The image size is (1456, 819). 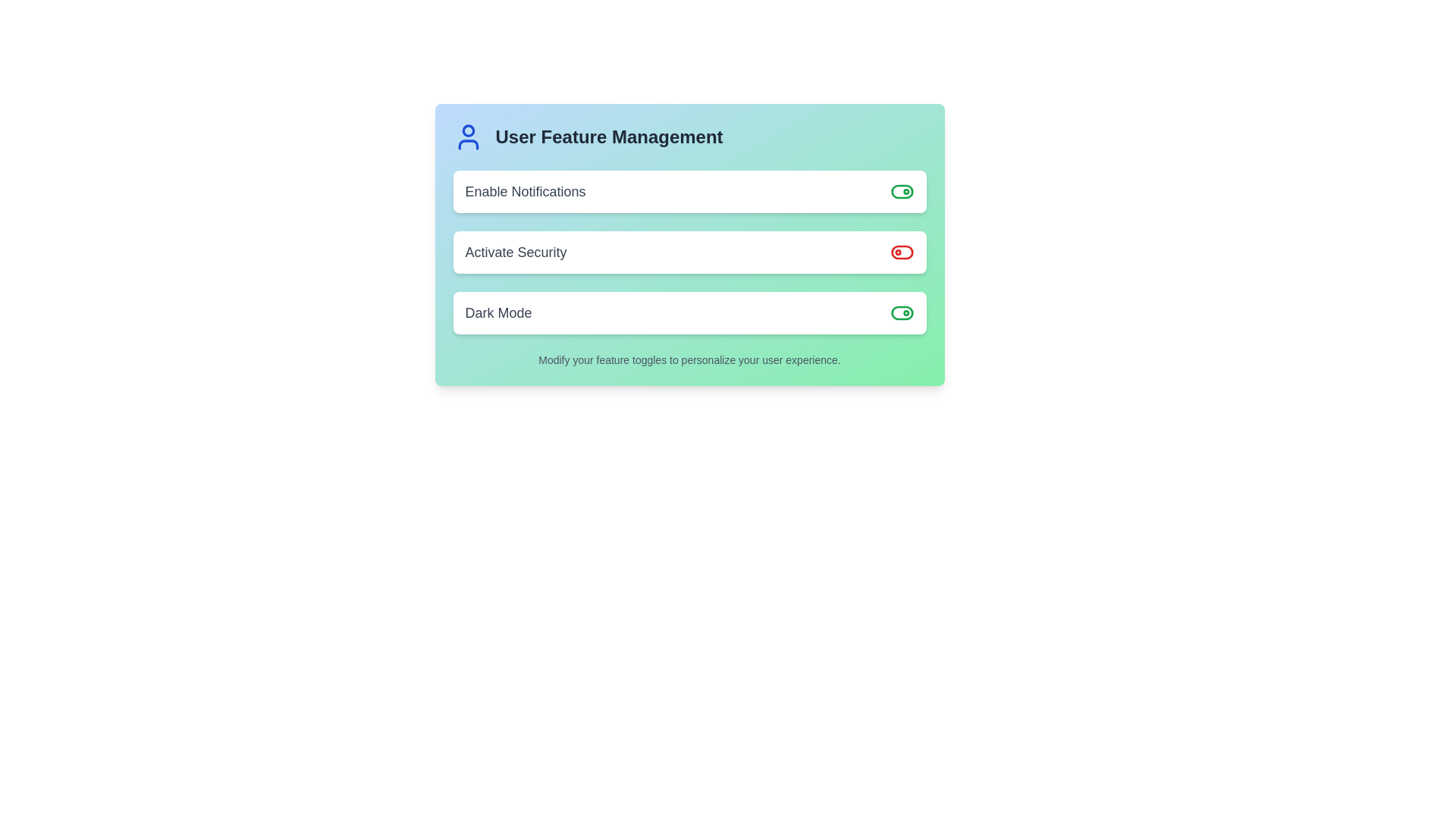 What do you see at coordinates (689, 251) in the screenshot?
I see `the 'Activate Security' toggle option box` at bounding box center [689, 251].